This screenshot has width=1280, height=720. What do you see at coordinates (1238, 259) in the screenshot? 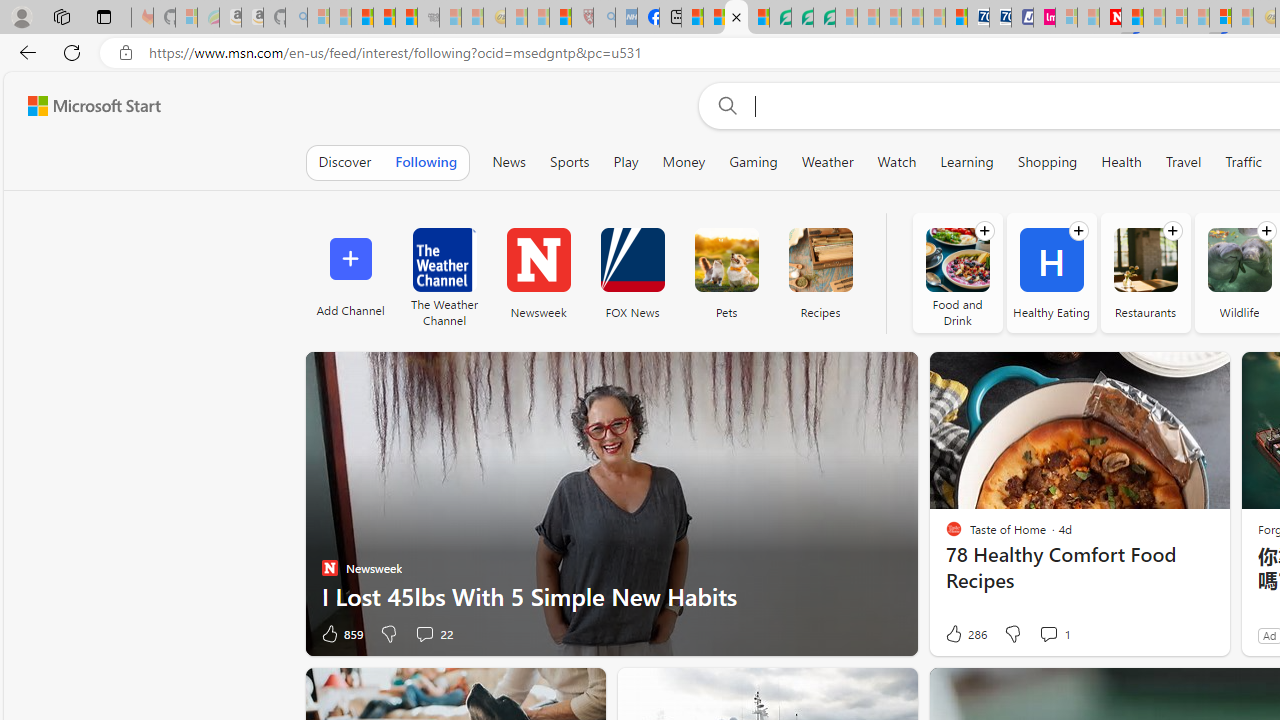
I see `'Wildlife'` at bounding box center [1238, 259].